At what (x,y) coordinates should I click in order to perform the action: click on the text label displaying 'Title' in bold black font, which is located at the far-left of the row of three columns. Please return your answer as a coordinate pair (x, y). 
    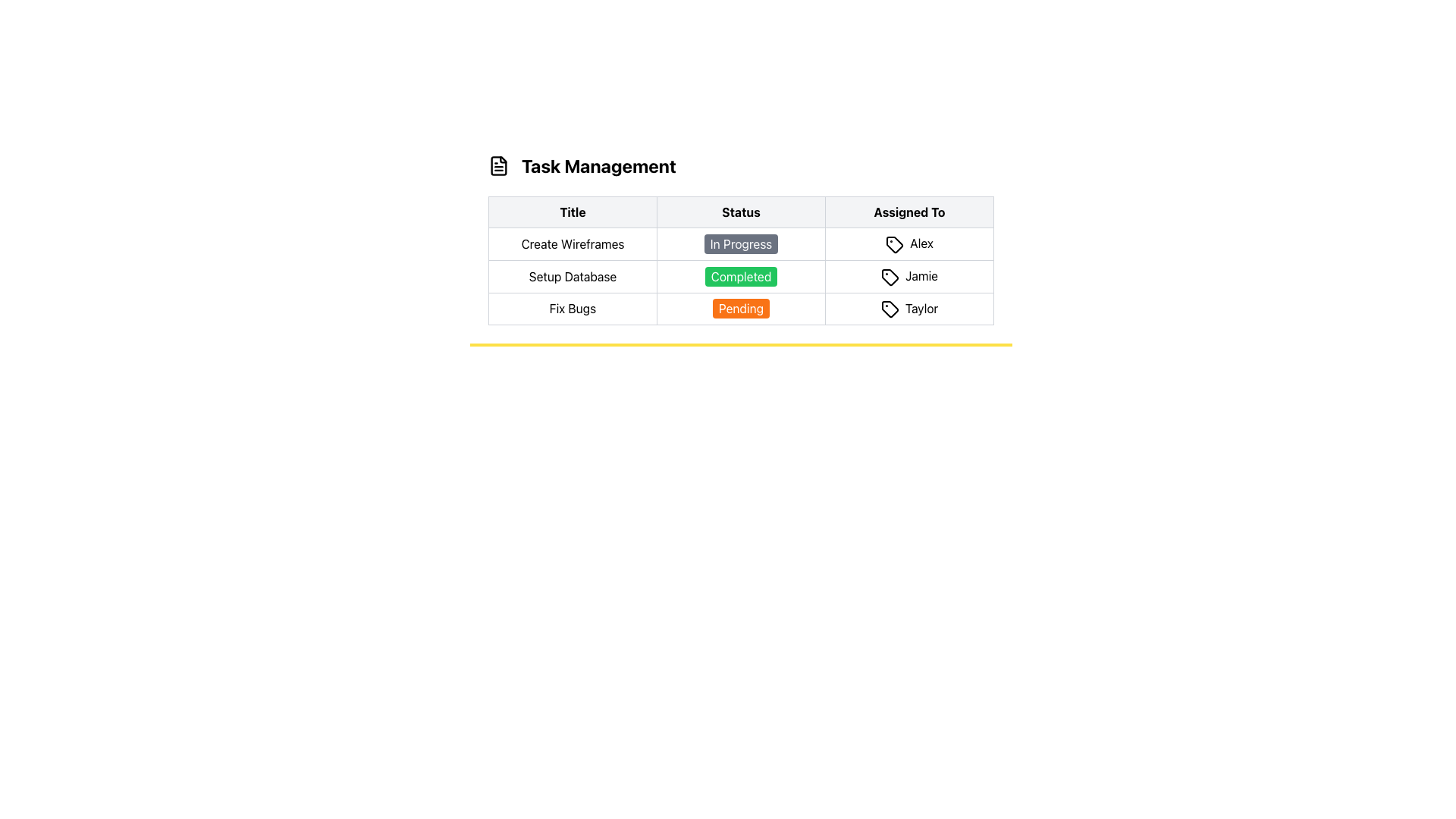
    Looking at the image, I should click on (572, 212).